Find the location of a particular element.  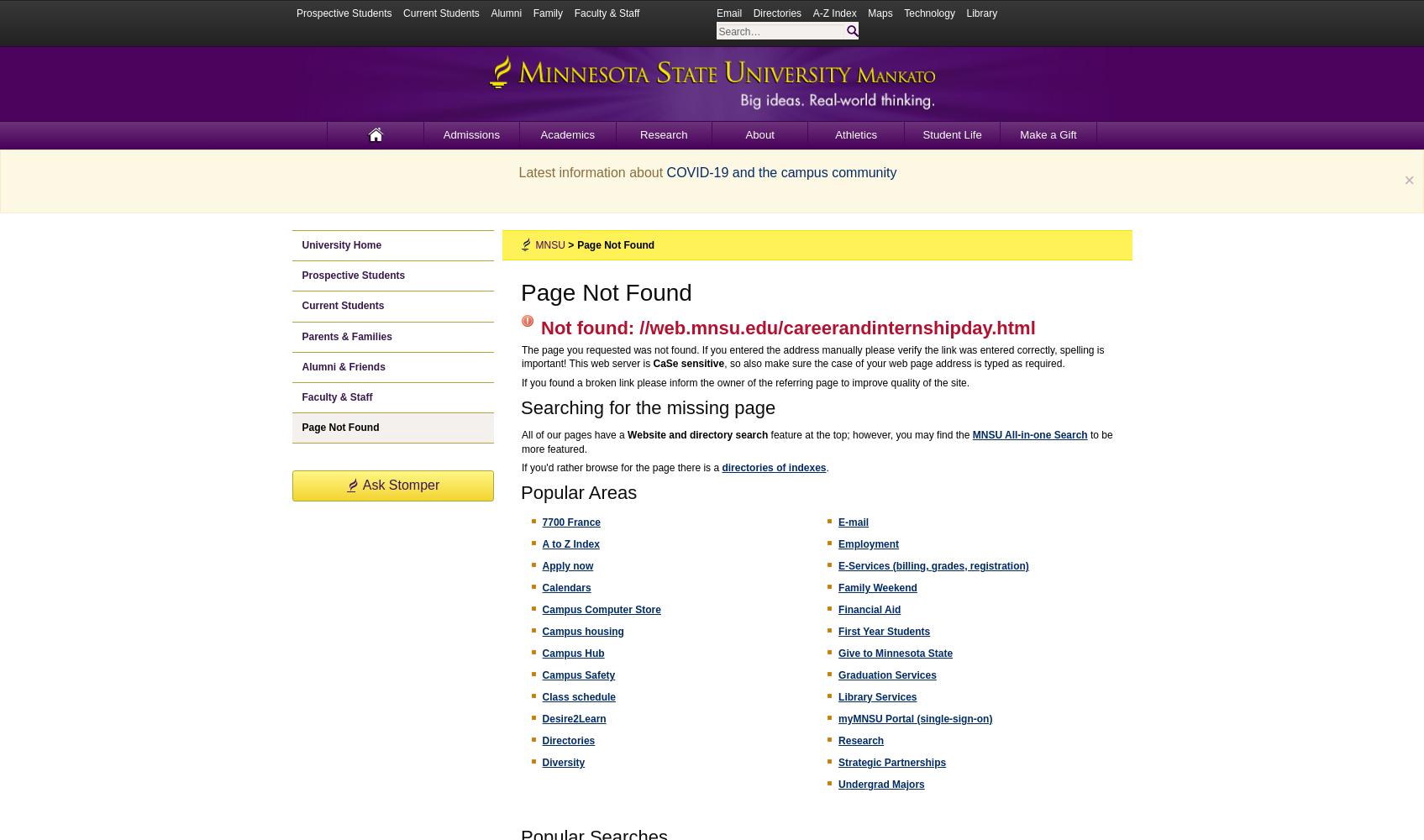

'Parents & Families' is located at coordinates (346, 336).